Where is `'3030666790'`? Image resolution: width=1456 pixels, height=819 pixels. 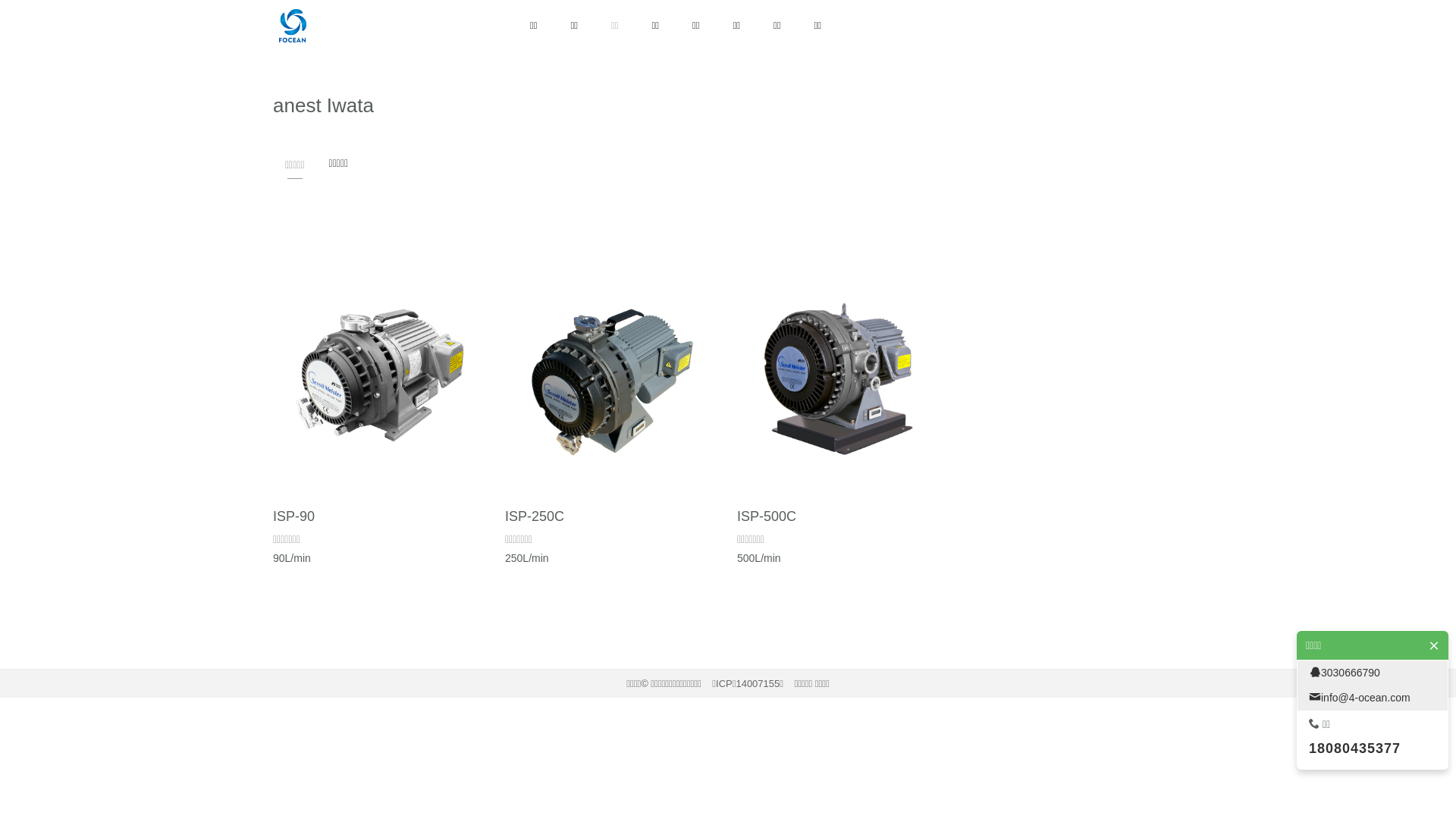 '3030666790' is located at coordinates (1296, 672).